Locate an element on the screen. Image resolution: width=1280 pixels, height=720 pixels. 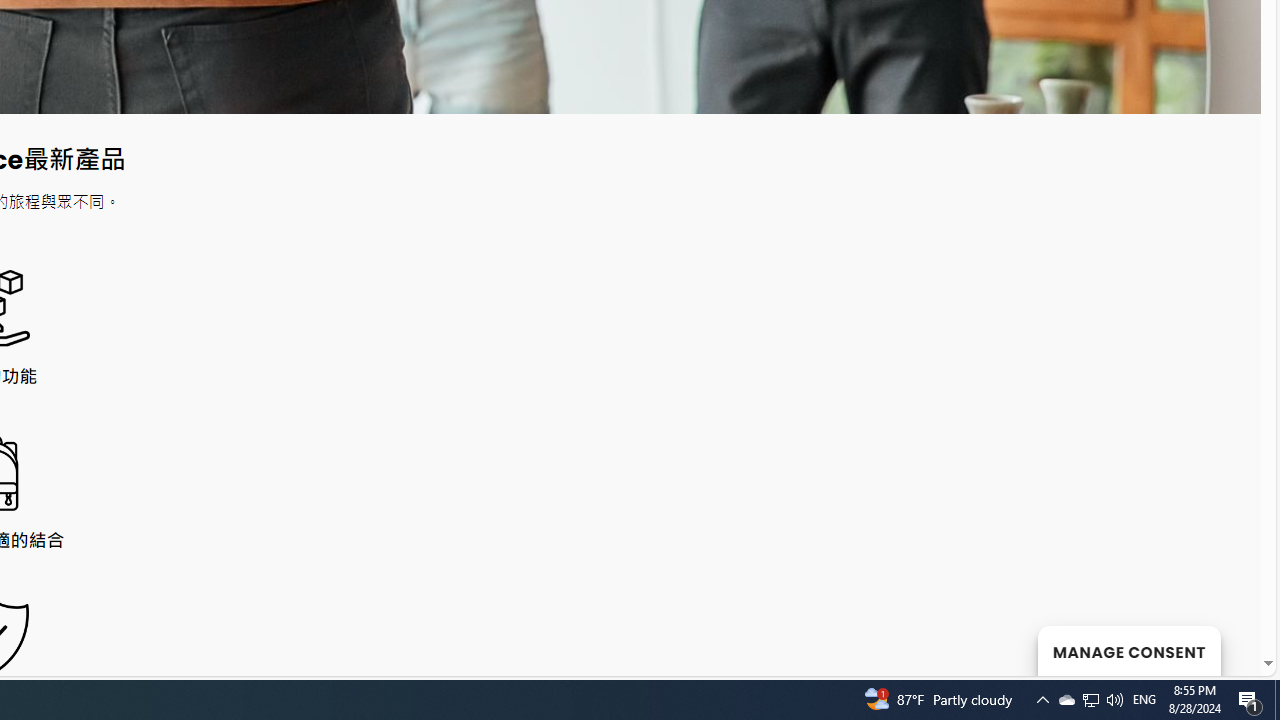
'MANAGE CONSENT' is located at coordinates (1128, 650).